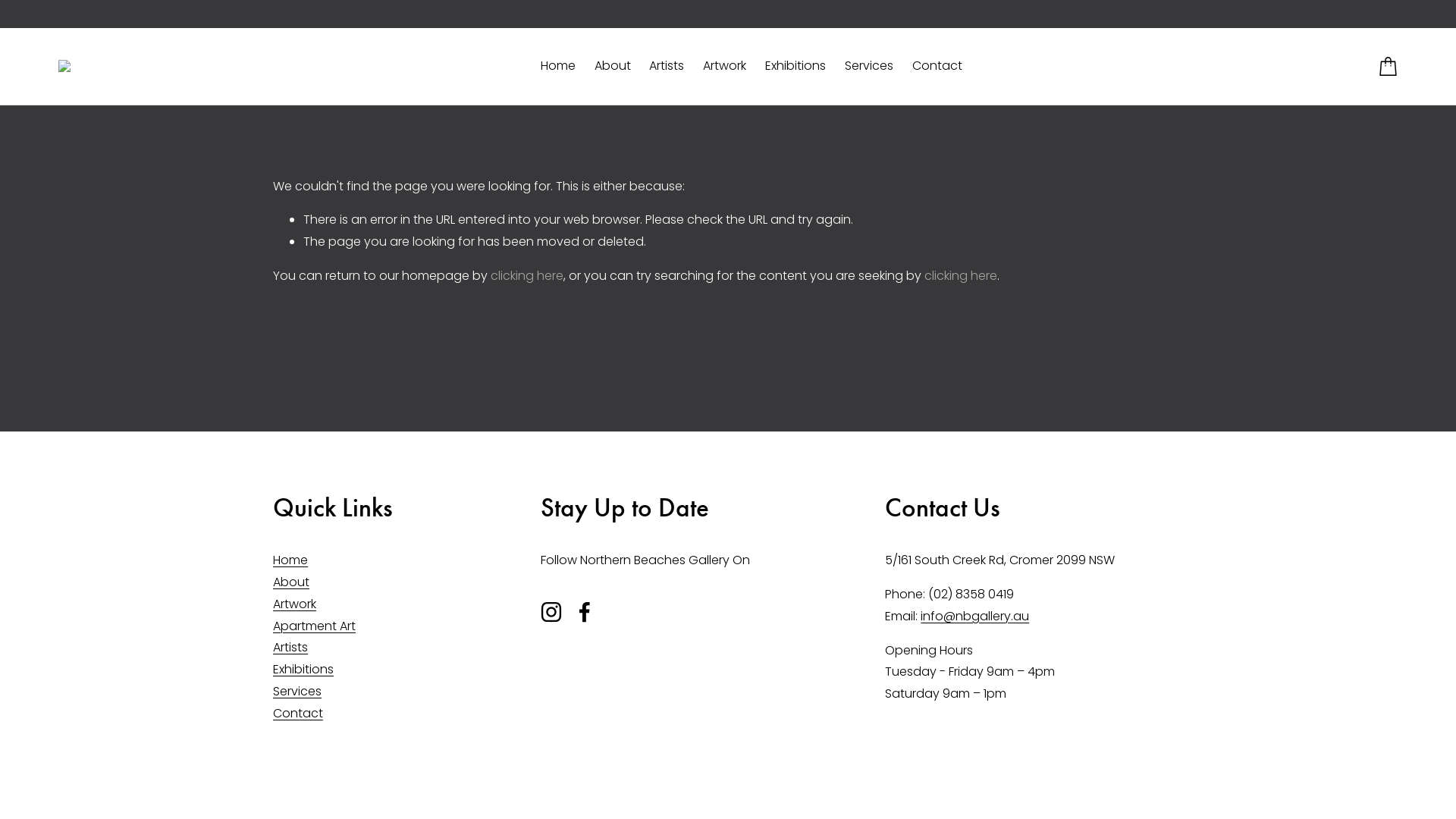 Image resolution: width=1456 pixels, height=819 pixels. What do you see at coordinates (297, 692) in the screenshot?
I see `'Services'` at bounding box center [297, 692].